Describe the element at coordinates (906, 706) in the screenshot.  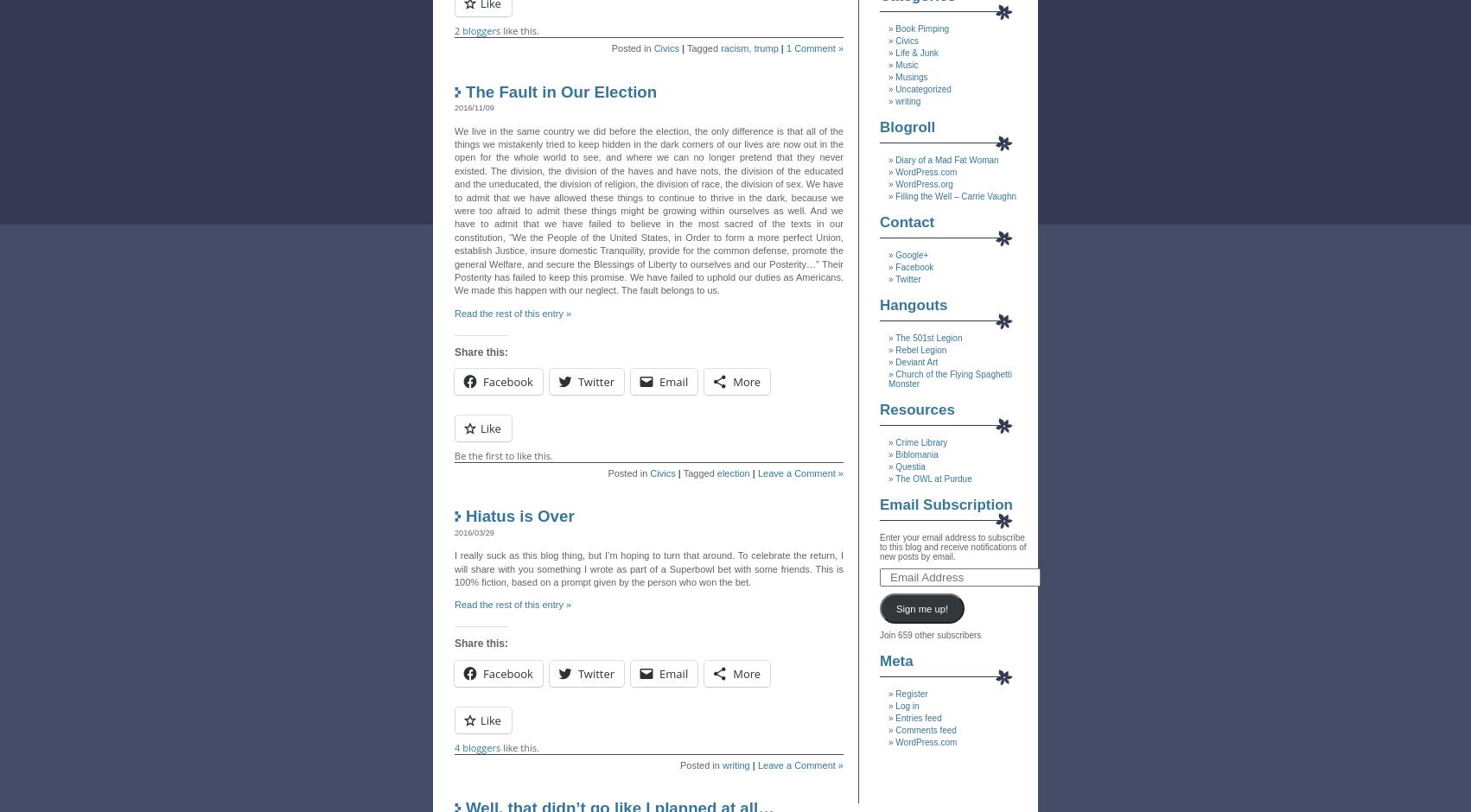
I see `'Log in'` at that location.